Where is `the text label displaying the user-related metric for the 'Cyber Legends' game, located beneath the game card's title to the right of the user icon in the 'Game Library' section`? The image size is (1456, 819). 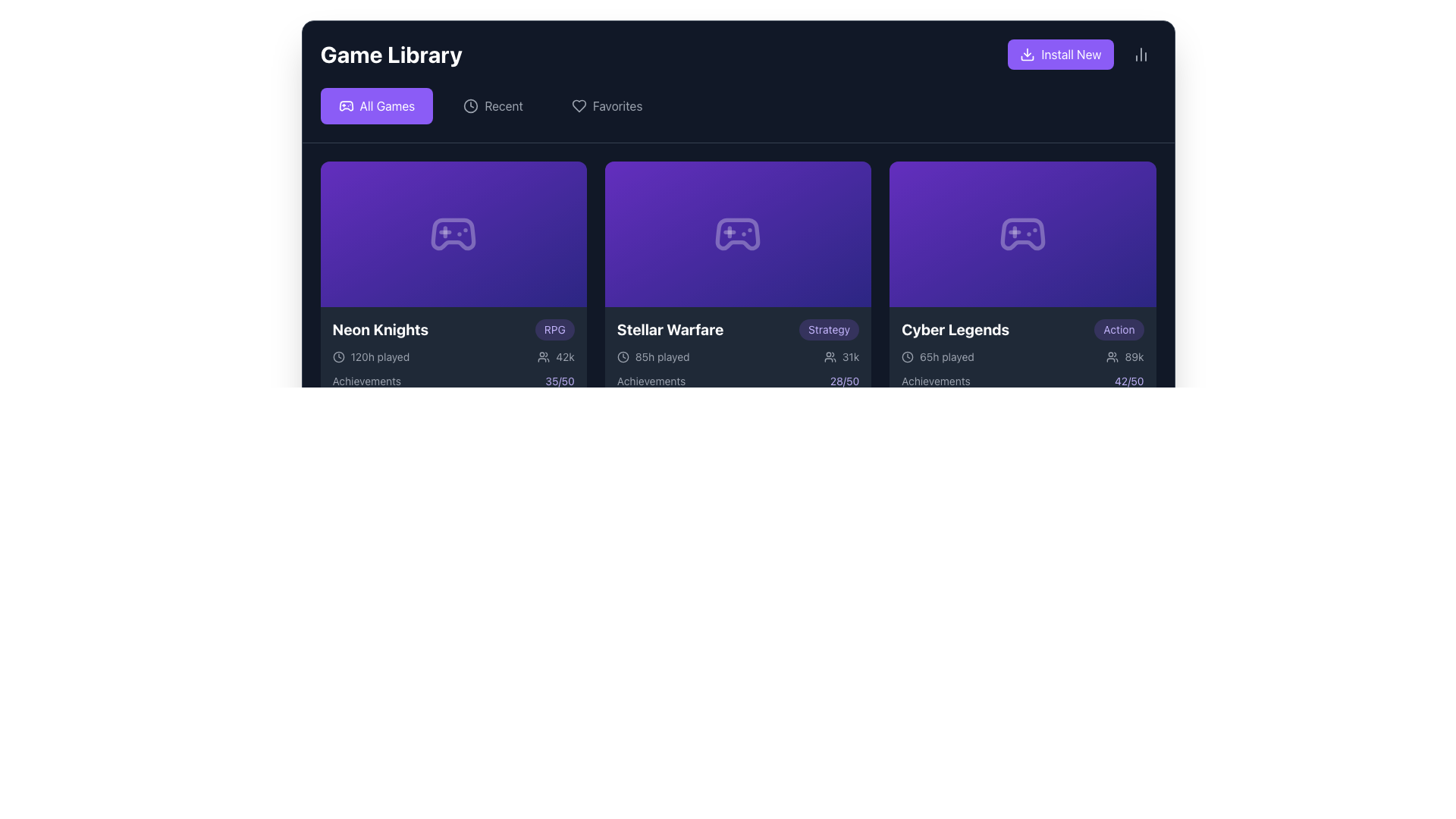
the text label displaying the user-related metric for the 'Cyber Legends' game, located beneath the game card's title to the right of the user icon in the 'Game Library' section is located at coordinates (1134, 356).